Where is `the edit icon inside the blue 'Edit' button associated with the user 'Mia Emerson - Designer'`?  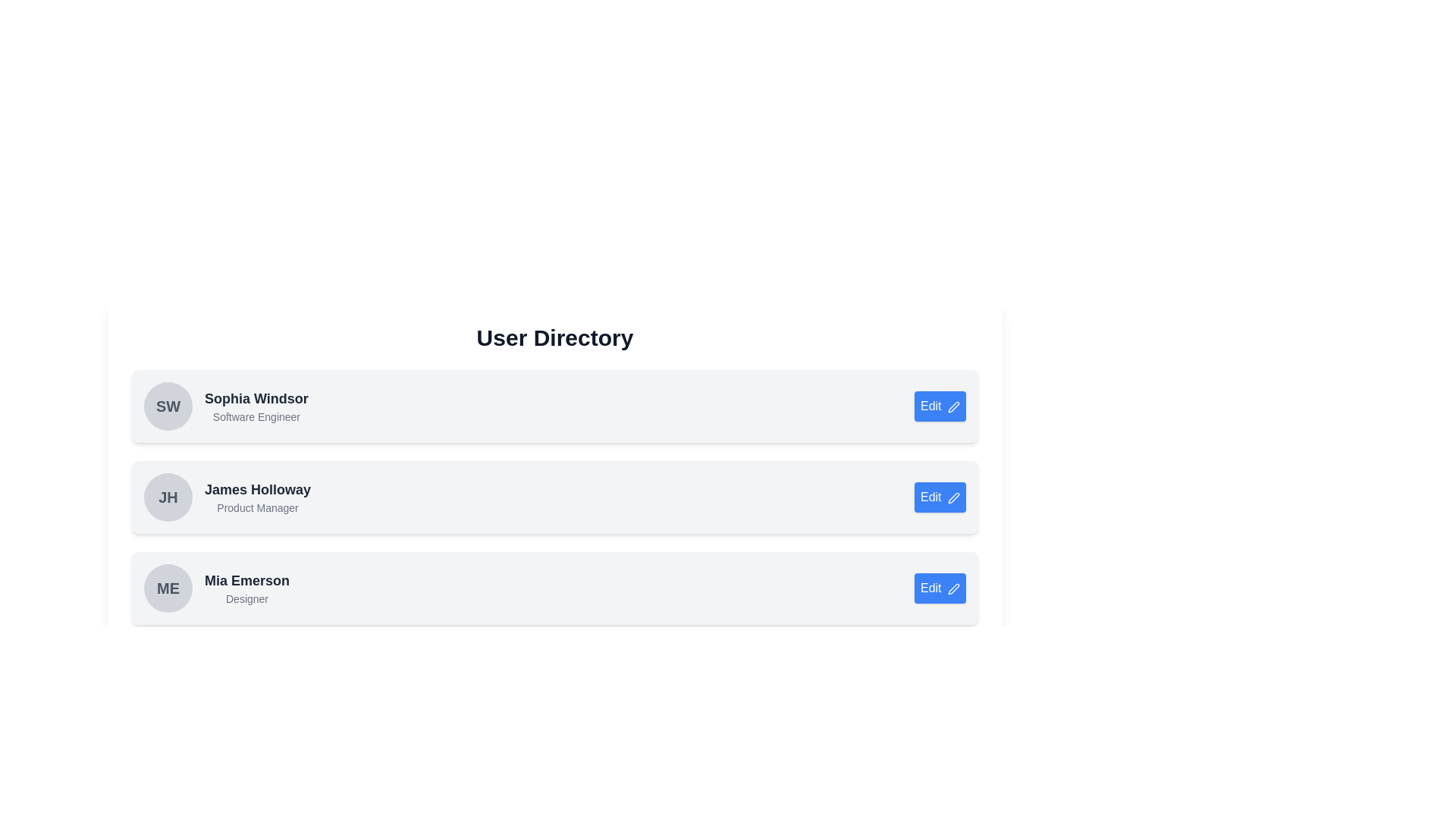
the edit icon inside the blue 'Edit' button associated with the user 'Mia Emerson - Designer' is located at coordinates (952, 587).